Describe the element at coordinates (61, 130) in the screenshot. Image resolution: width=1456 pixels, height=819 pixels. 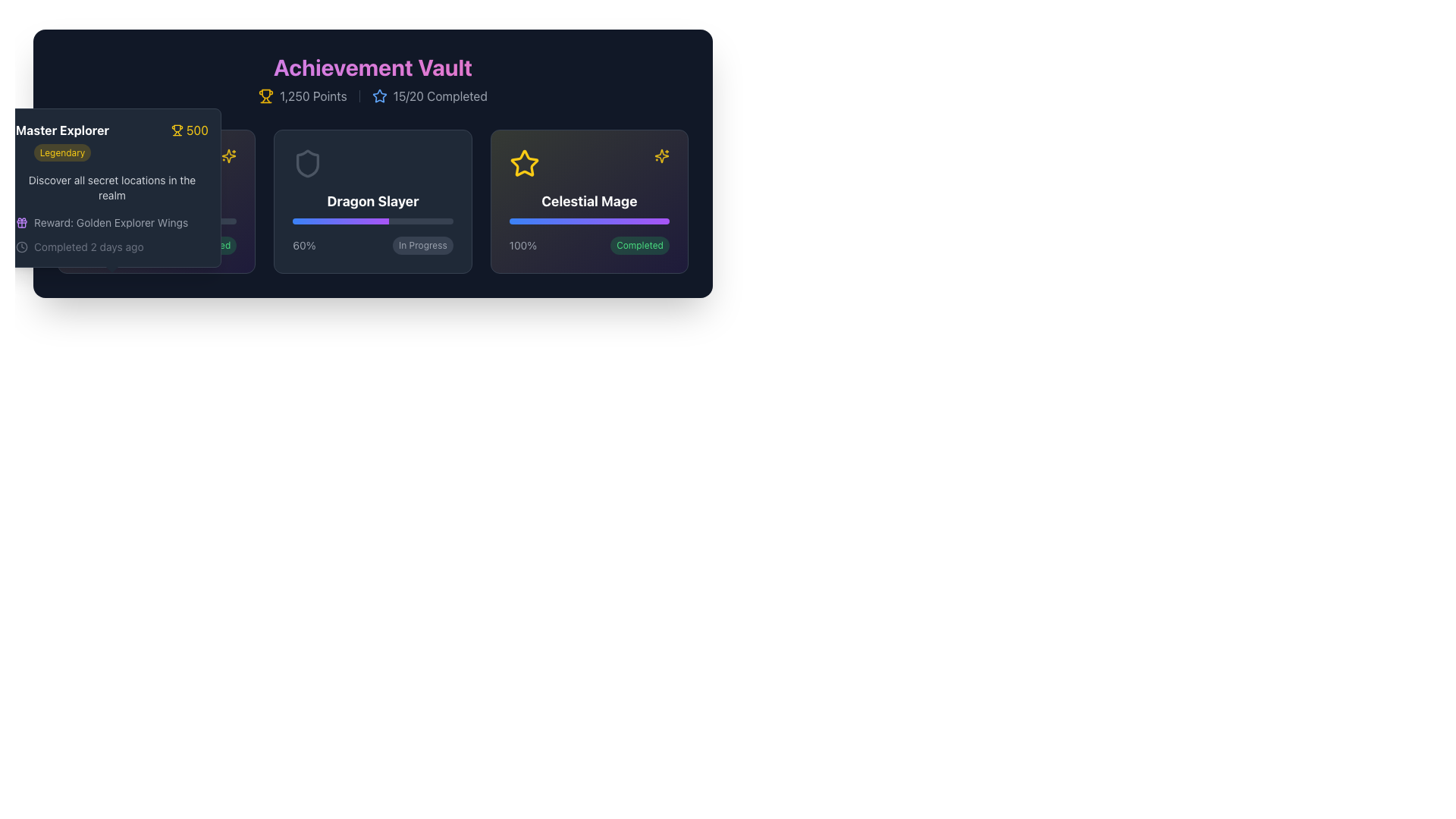
I see `the text label that serves as the title of the achievement card, located at the top left corner, directly above the 'Legendary' badge text` at that location.